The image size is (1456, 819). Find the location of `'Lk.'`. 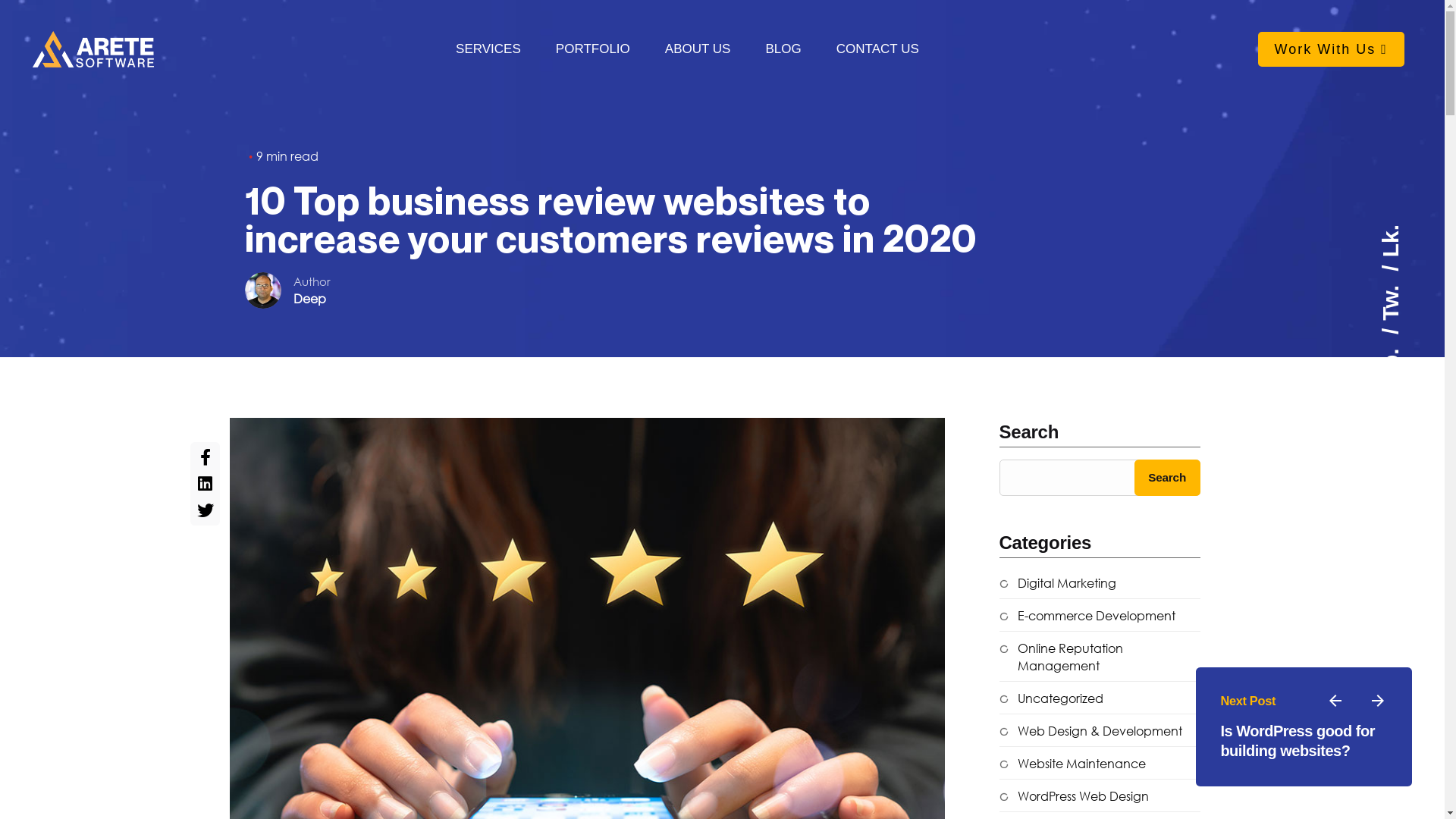

'Lk.' is located at coordinates (1394, 237).